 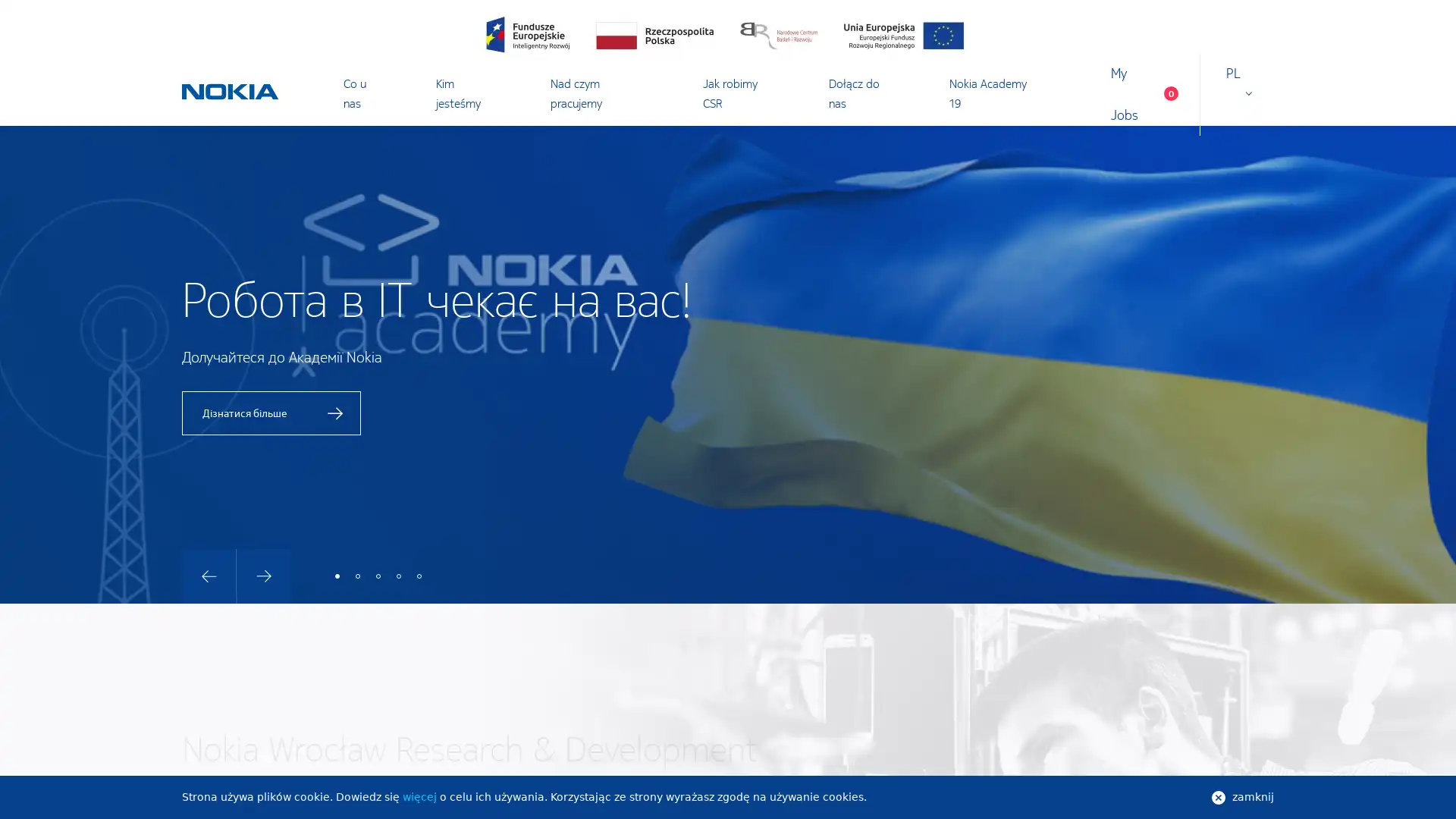 What do you see at coordinates (399, 576) in the screenshot?
I see `Go to slide 4` at bounding box center [399, 576].